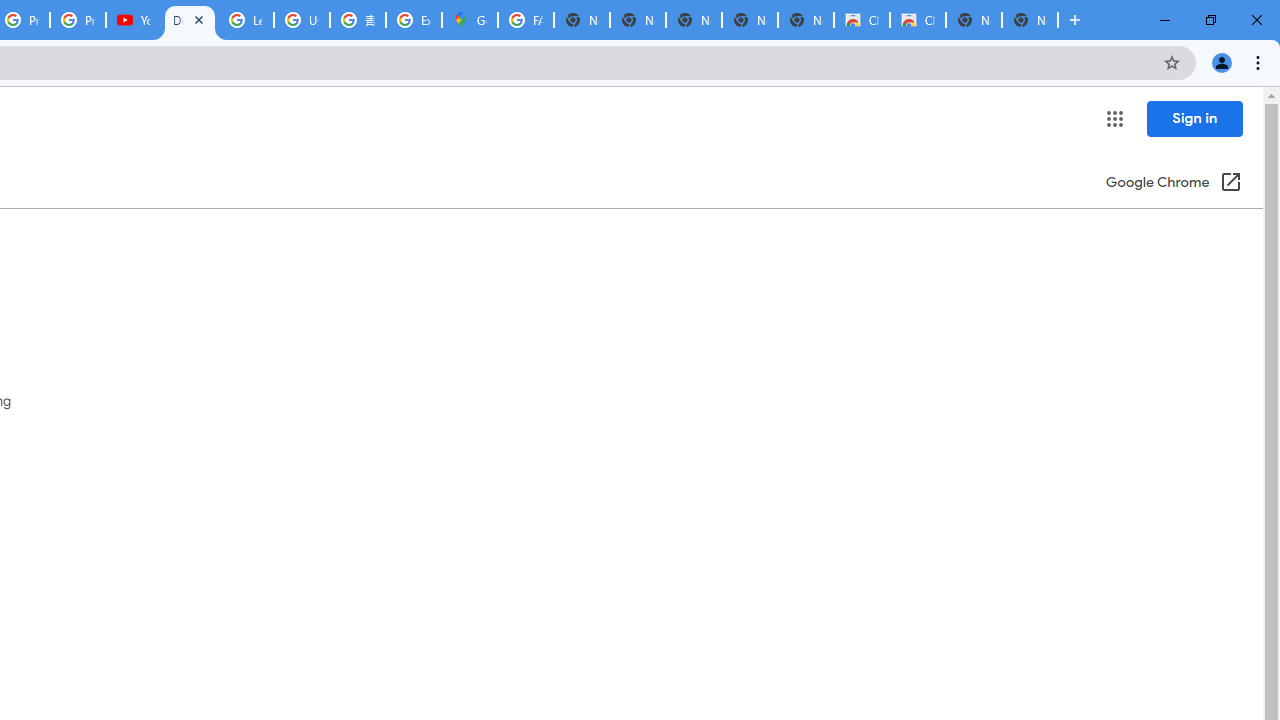 The width and height of the screenshot is (1280, 720). I want to click on 'Classic Blue - Chrome Web Store', so click(916, 20).